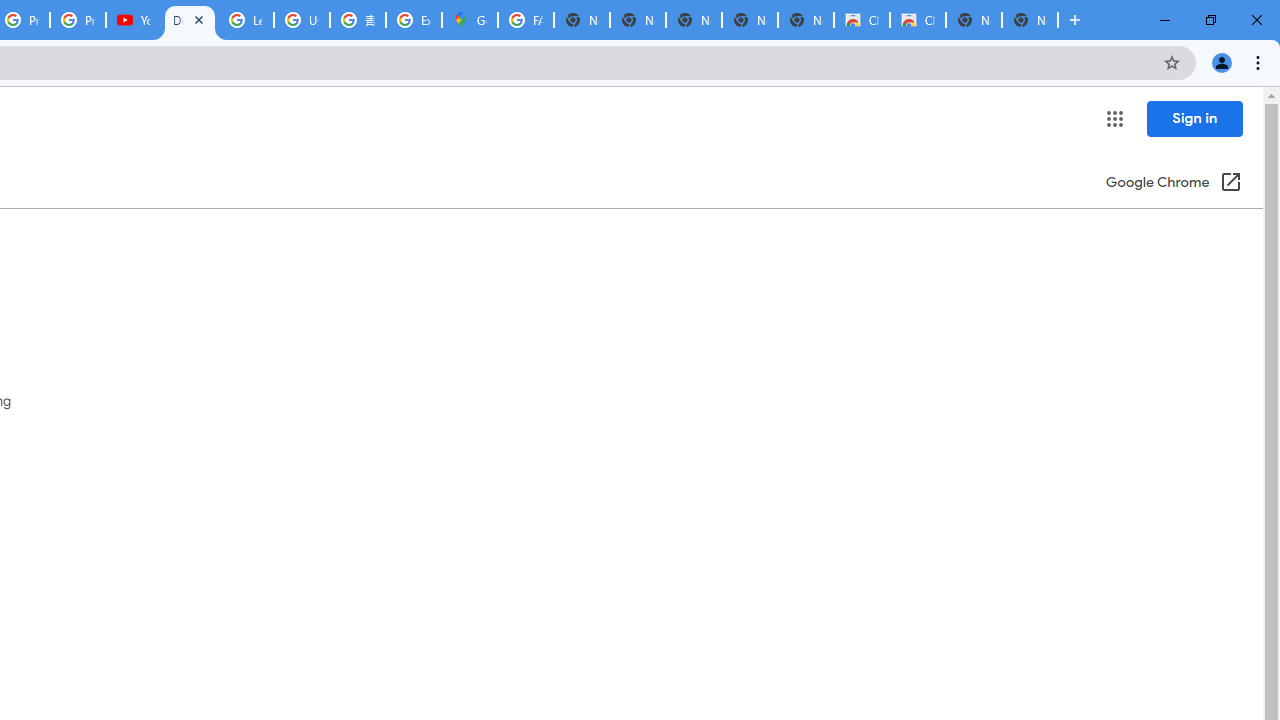 The width and height of the screenshot is (1280, 720). I want to click on 'Classic Blue - Chrome Web Store', so click(916, 20).